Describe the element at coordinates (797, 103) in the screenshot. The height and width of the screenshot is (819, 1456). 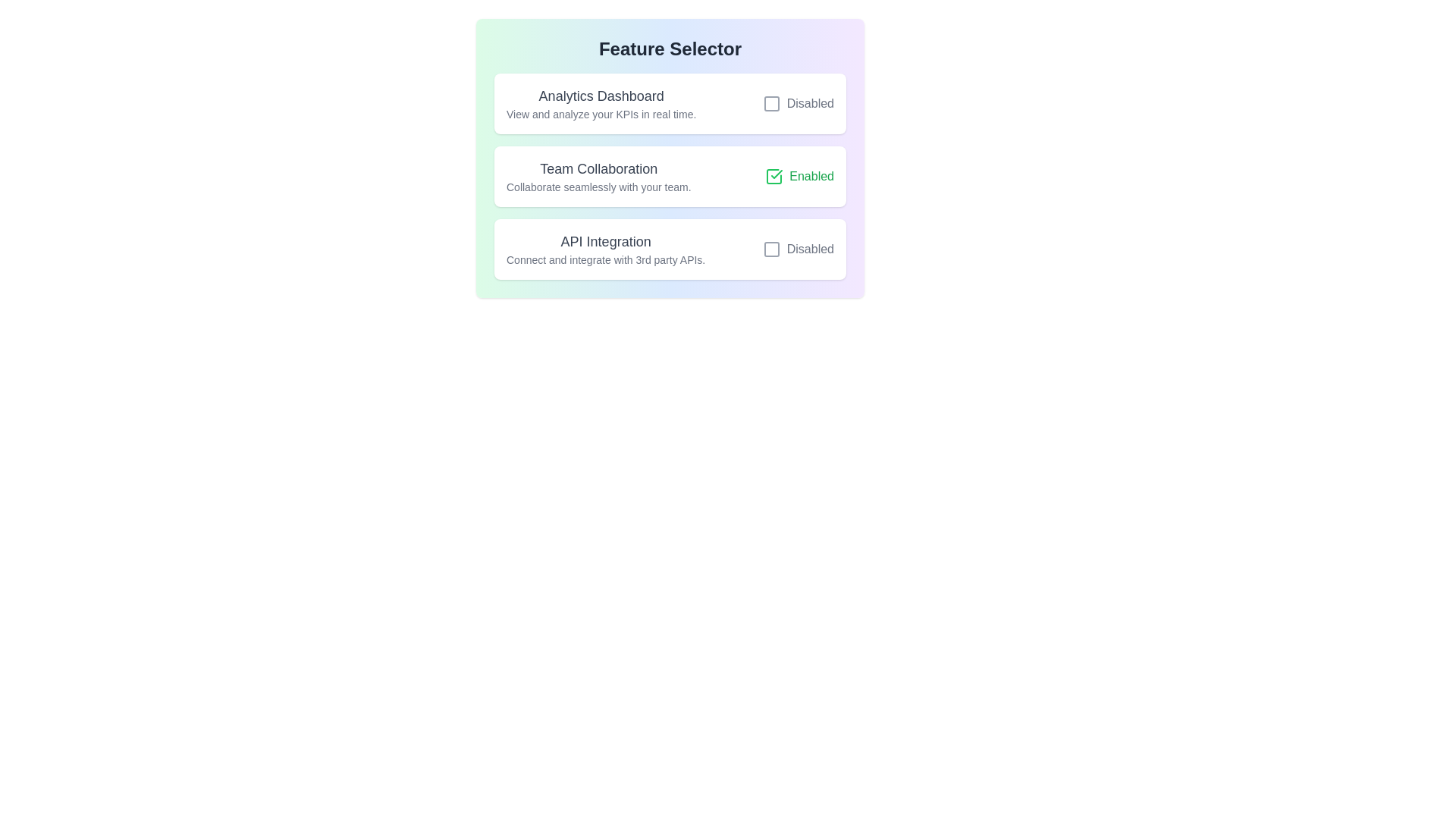
I see `the feature Analytics Dashboard by clicking its corresponding button` at that location.